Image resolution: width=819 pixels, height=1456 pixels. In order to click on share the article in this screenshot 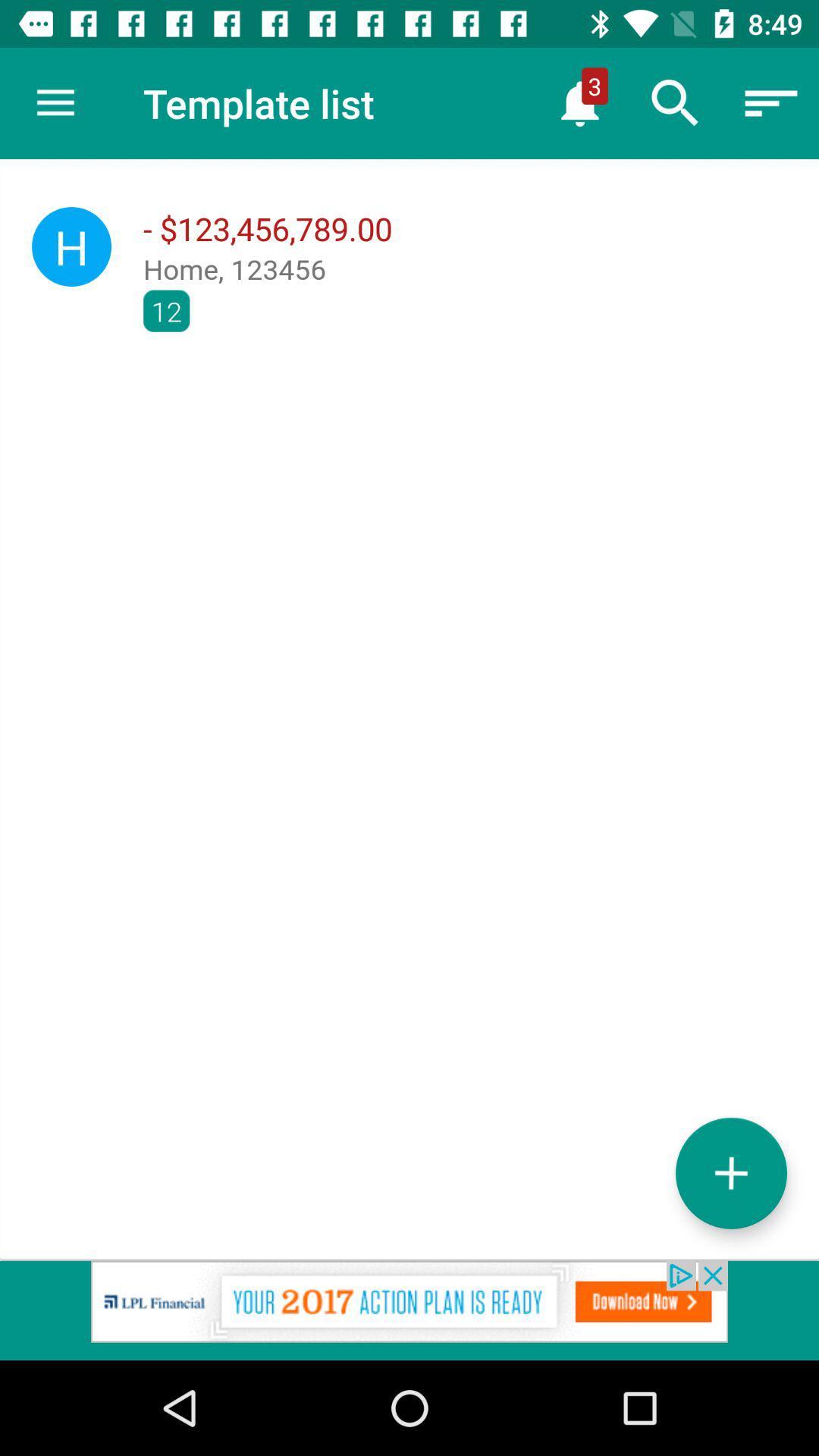, I will do `click(409, 1310)`.